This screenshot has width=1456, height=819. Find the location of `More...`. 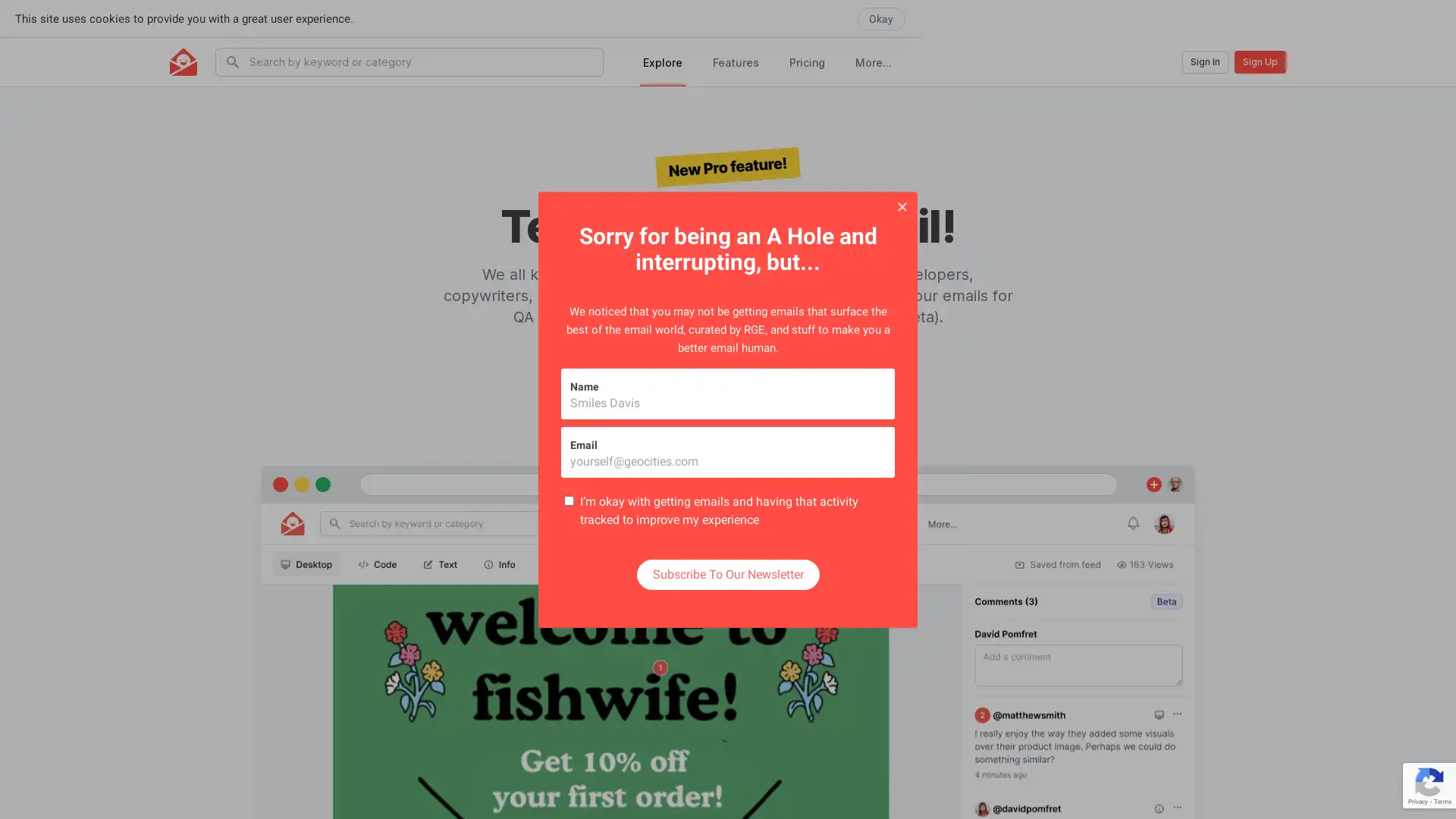

More... is located at coordinates (874, 61).